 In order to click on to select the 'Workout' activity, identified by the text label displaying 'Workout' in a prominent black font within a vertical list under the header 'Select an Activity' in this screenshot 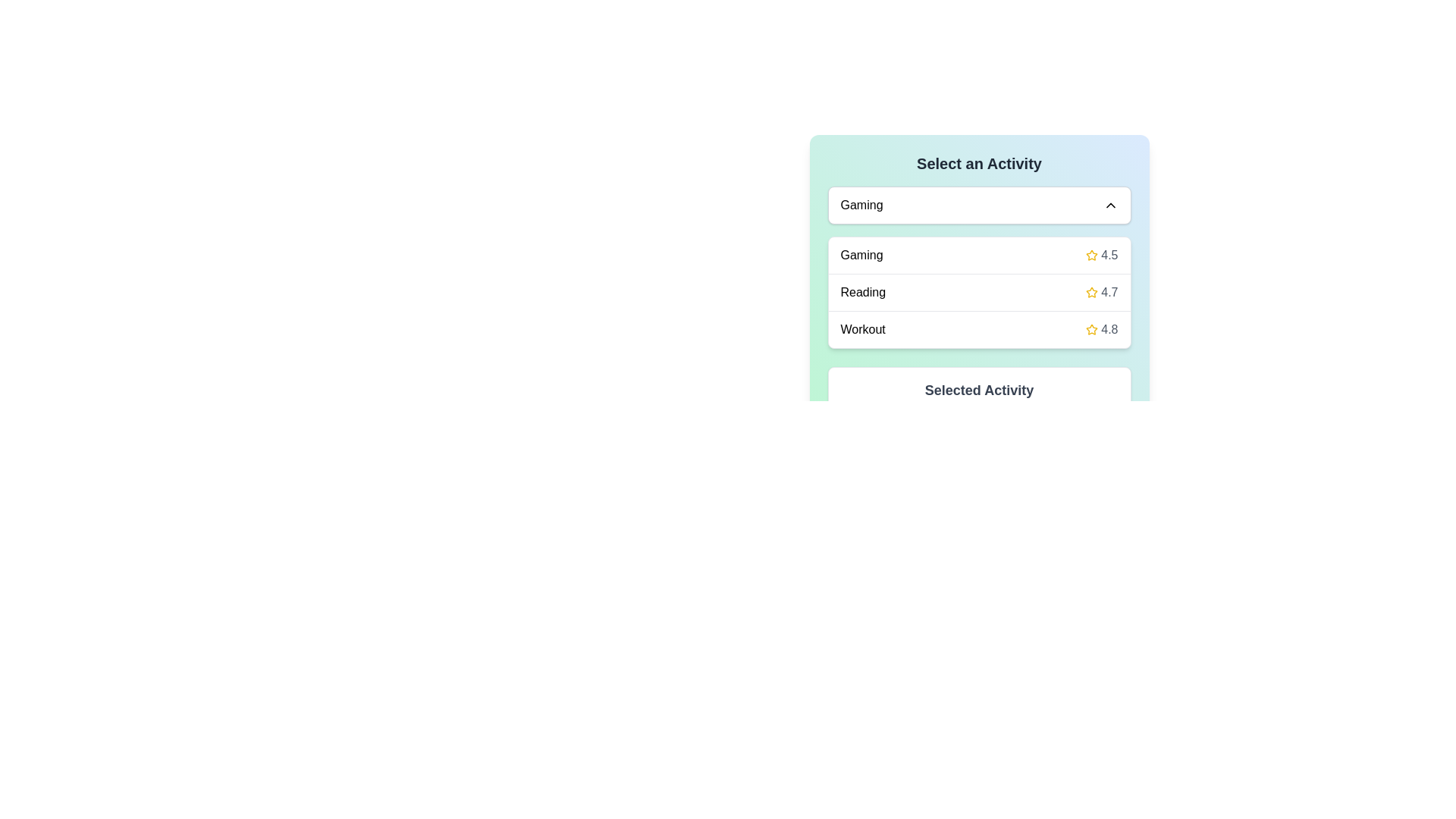, I will do `click(863, 329)`.